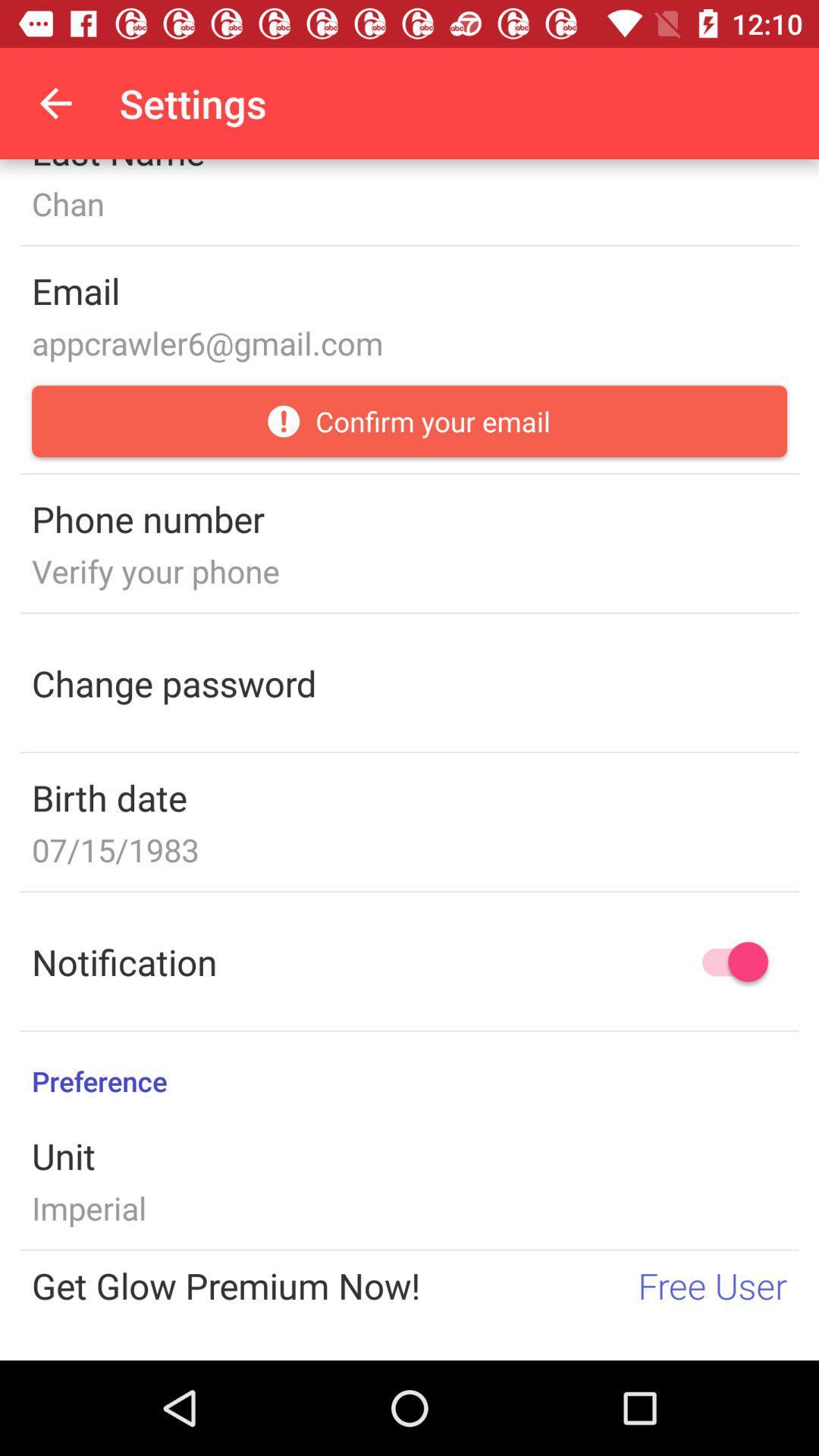 The image size is (819, 1456). I want to click on icon to the right of notification item, so click(727, 961).